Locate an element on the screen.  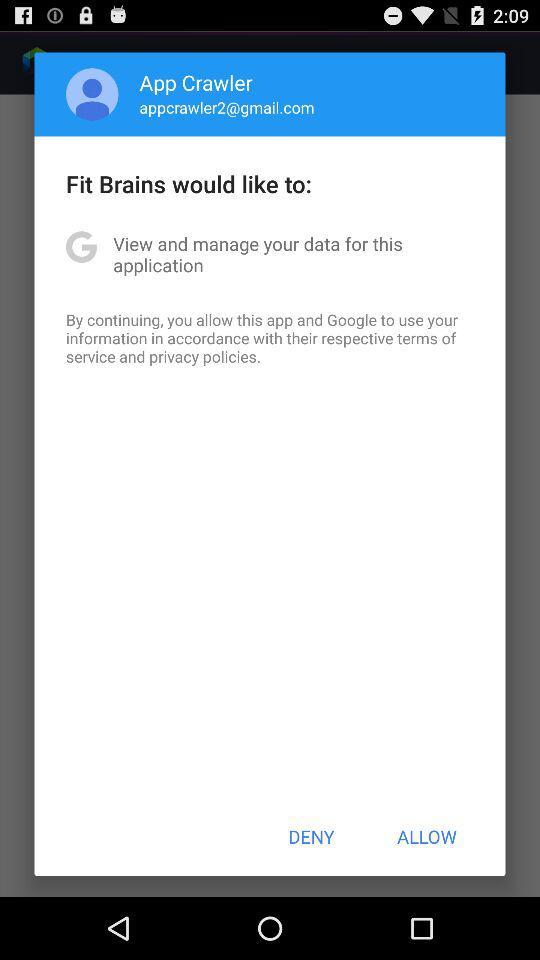
the appcrawler2@gmail.com icon is located at coordinates (226, 107).